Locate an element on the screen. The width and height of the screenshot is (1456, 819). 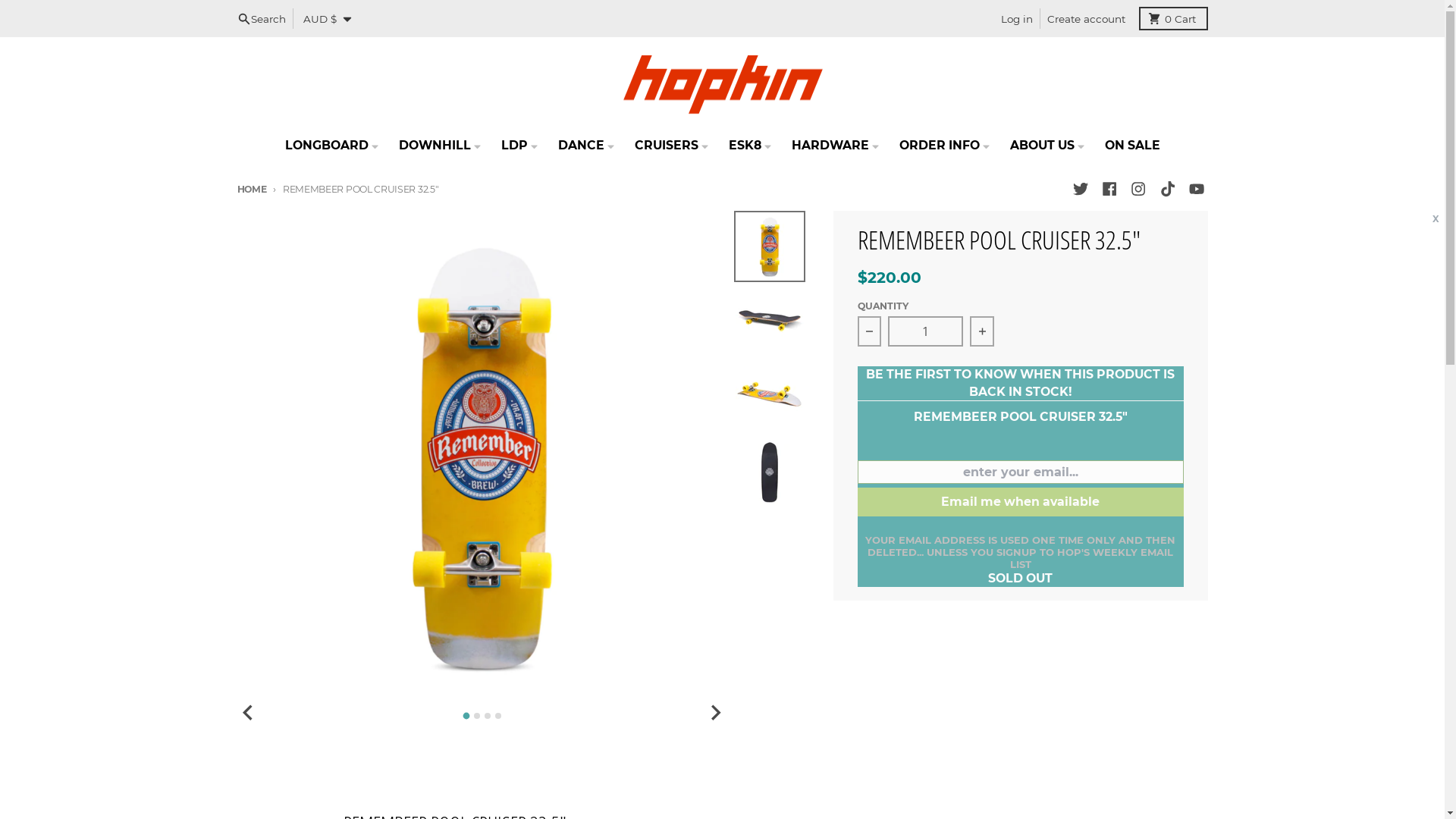
'Search' is located at coordinates (229, 18).